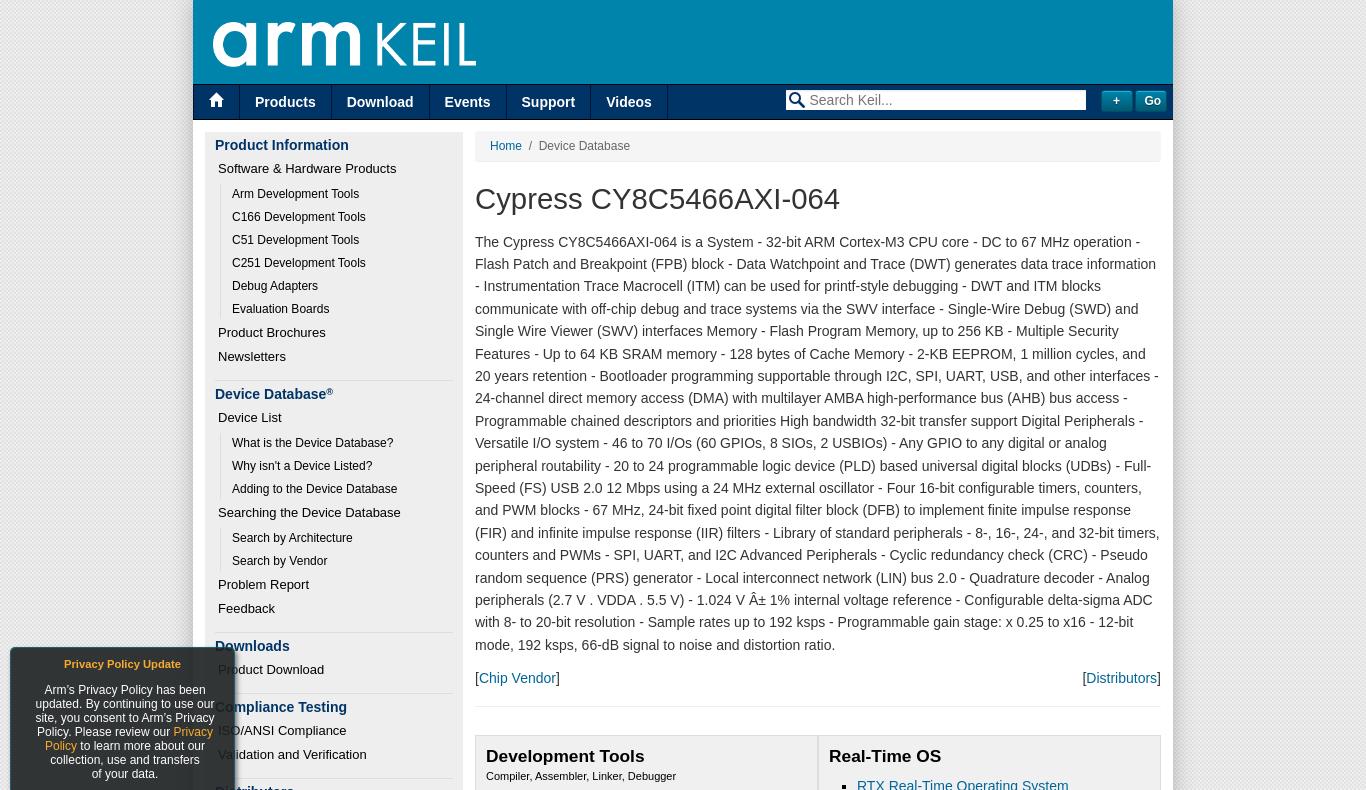 The image size is (1366, 790). I want to click on 'C251 Development Tools', so click(298, 262).